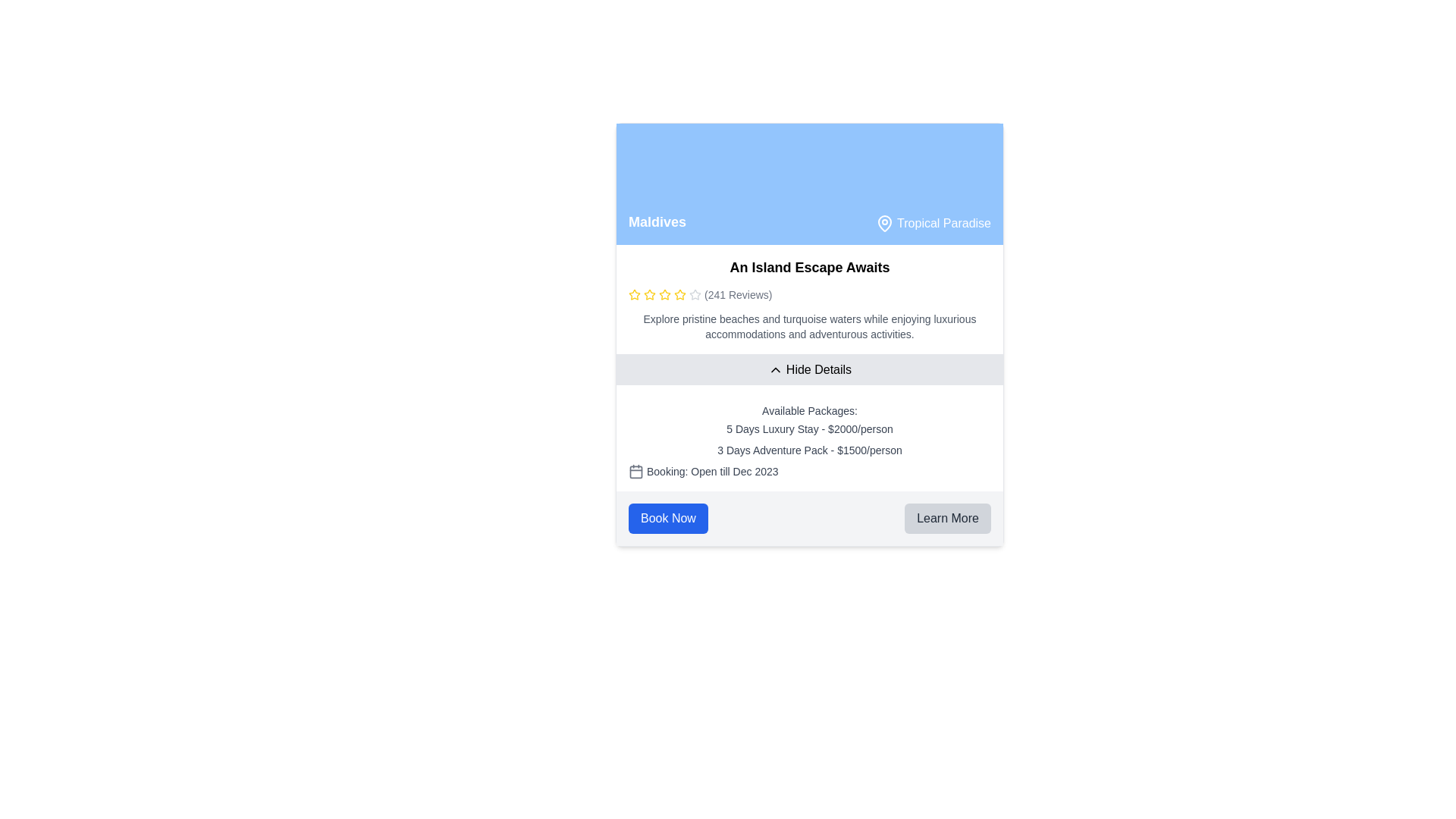 This screenshot has width=1456, height=819. What do you see at coordinates (809, 370) in the screenshot?
I see `the button that collapses or hides additional details about the packages, located centrally above the 'Available Packages' section` at bounding box center [809, 370].